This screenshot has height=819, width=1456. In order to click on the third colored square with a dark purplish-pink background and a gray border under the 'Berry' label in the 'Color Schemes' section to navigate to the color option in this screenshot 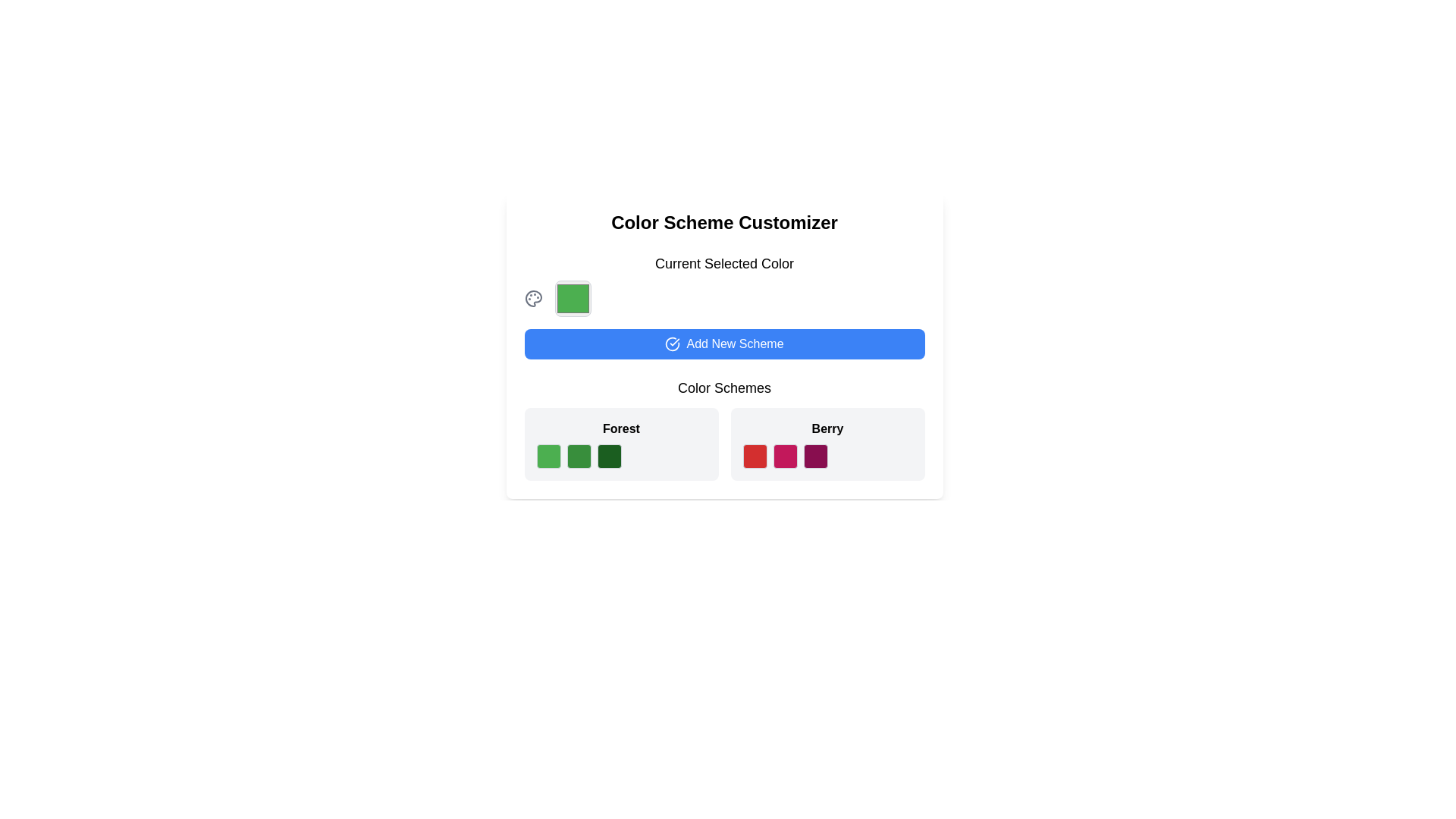, I will do `click(814, 455)`.